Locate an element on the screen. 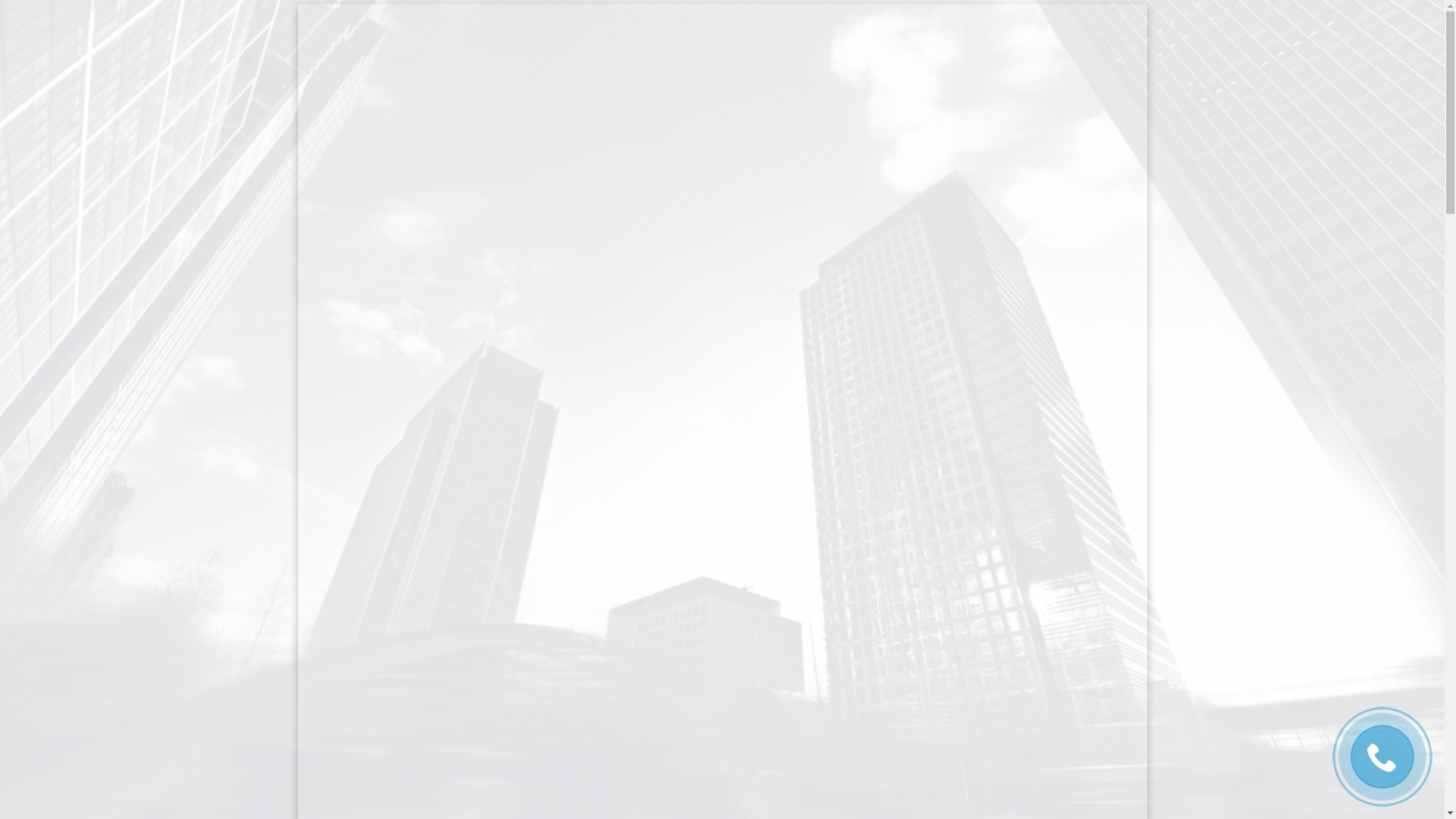  'Skip to content' is located at coordinates (0, 4).